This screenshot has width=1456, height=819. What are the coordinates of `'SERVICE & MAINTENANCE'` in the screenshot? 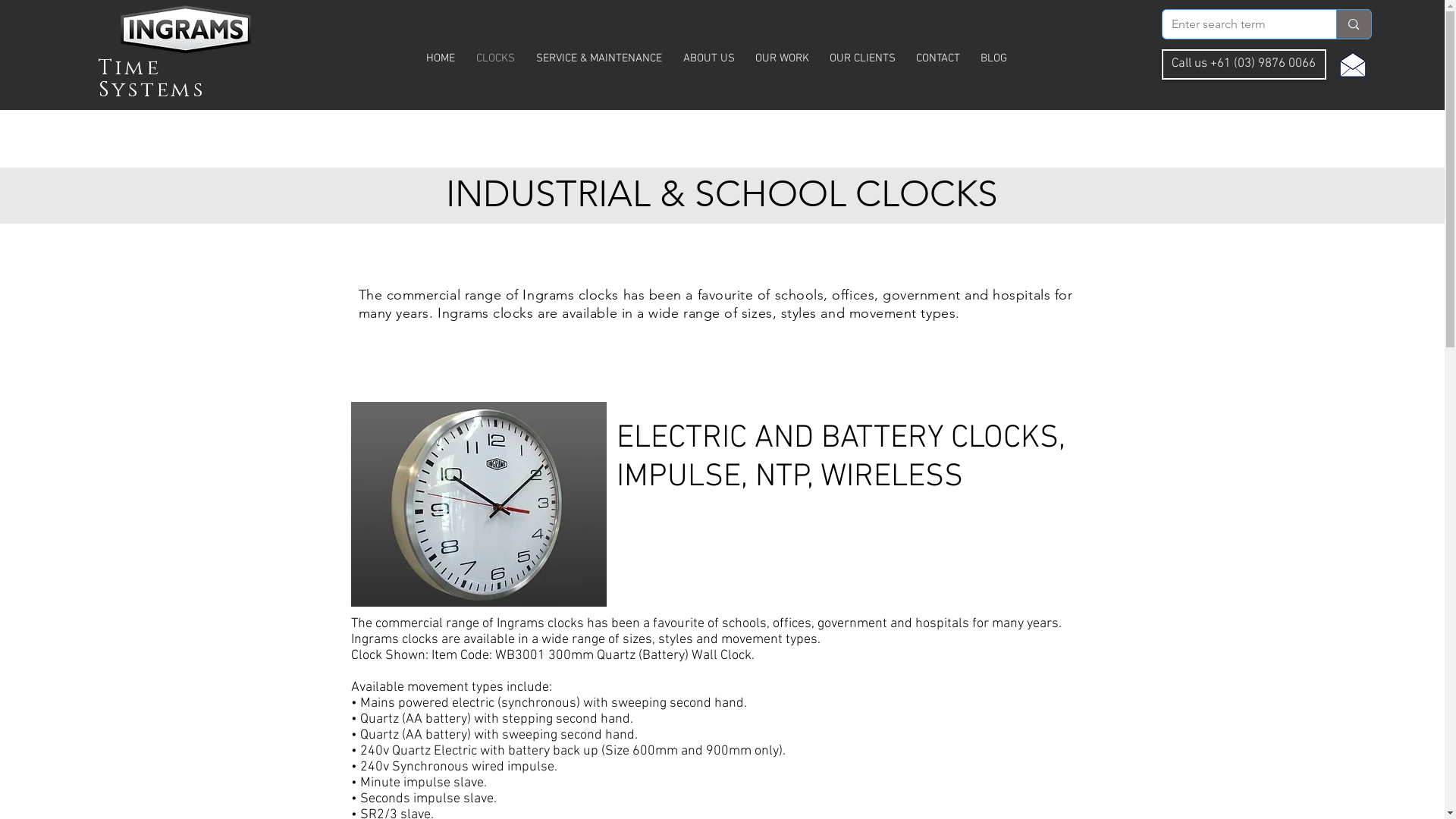 It's located at (597, 58).